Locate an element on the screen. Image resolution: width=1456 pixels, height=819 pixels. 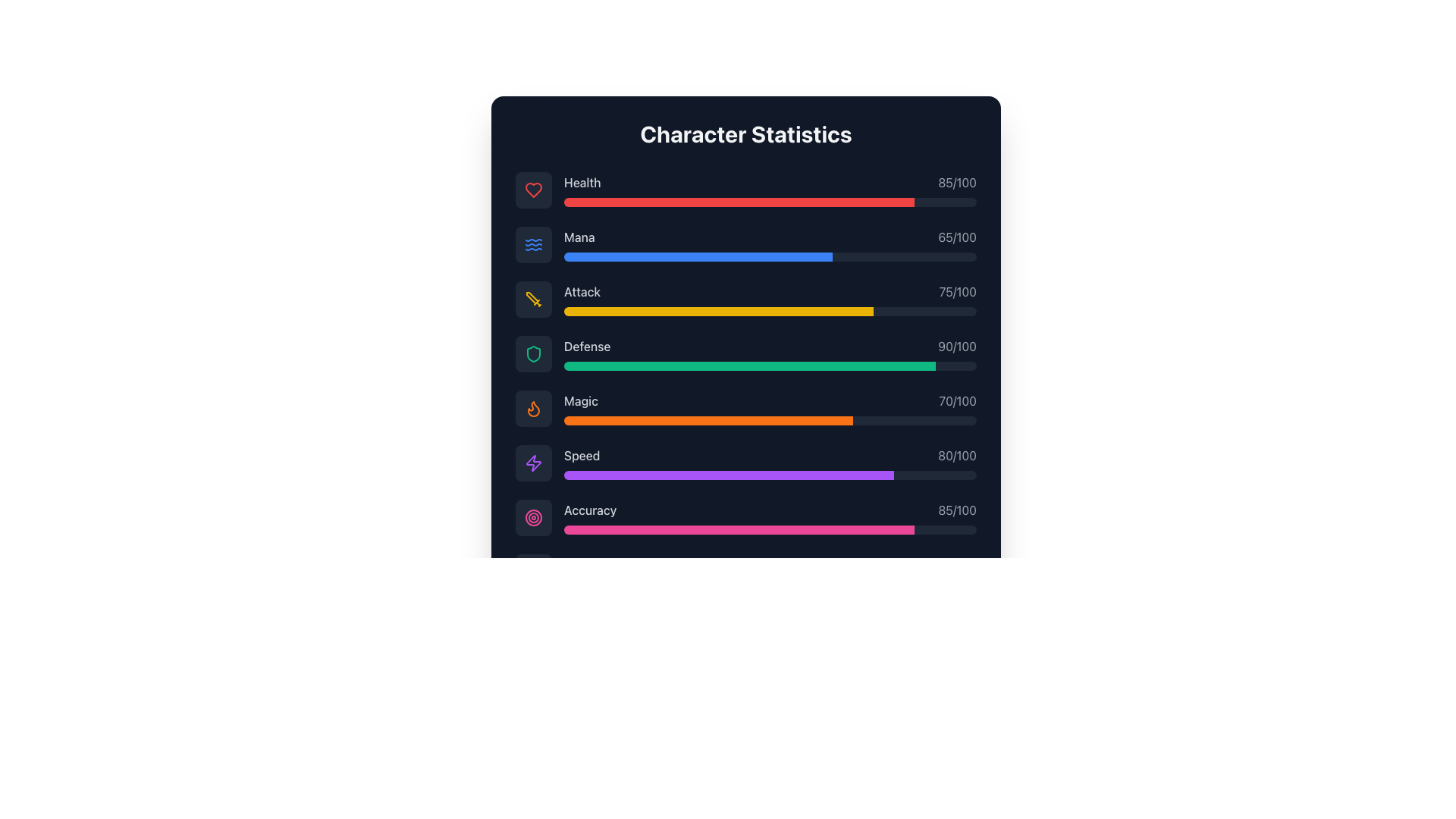
the first icon button in the statistics row, which visually indicates the 'Mana' statistic, located to the left of the 'Mana 65/100' label is located at coordinates (534, 244).